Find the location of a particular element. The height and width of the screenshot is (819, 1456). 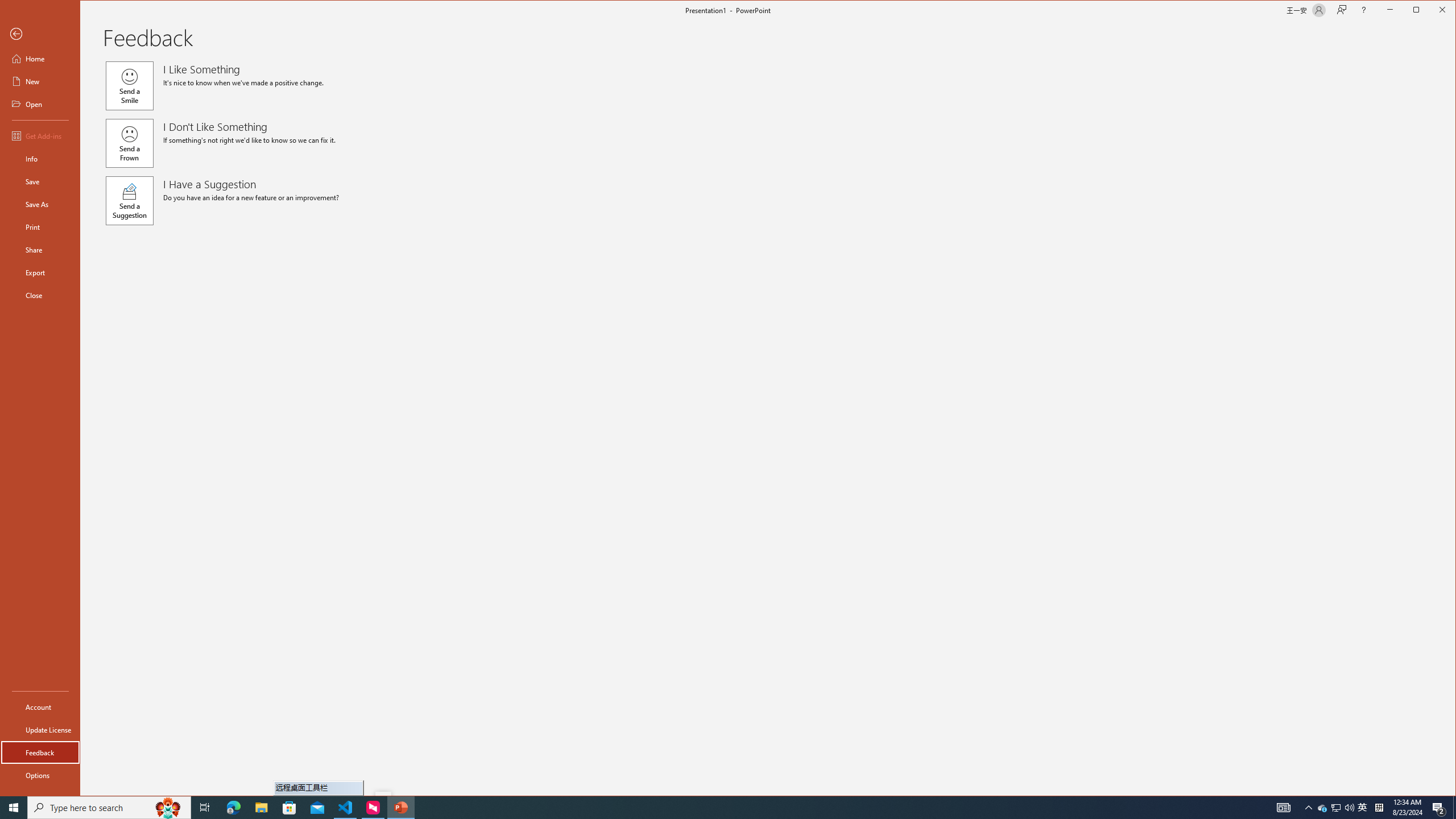

'Start' is located at coordinates (14, 806).